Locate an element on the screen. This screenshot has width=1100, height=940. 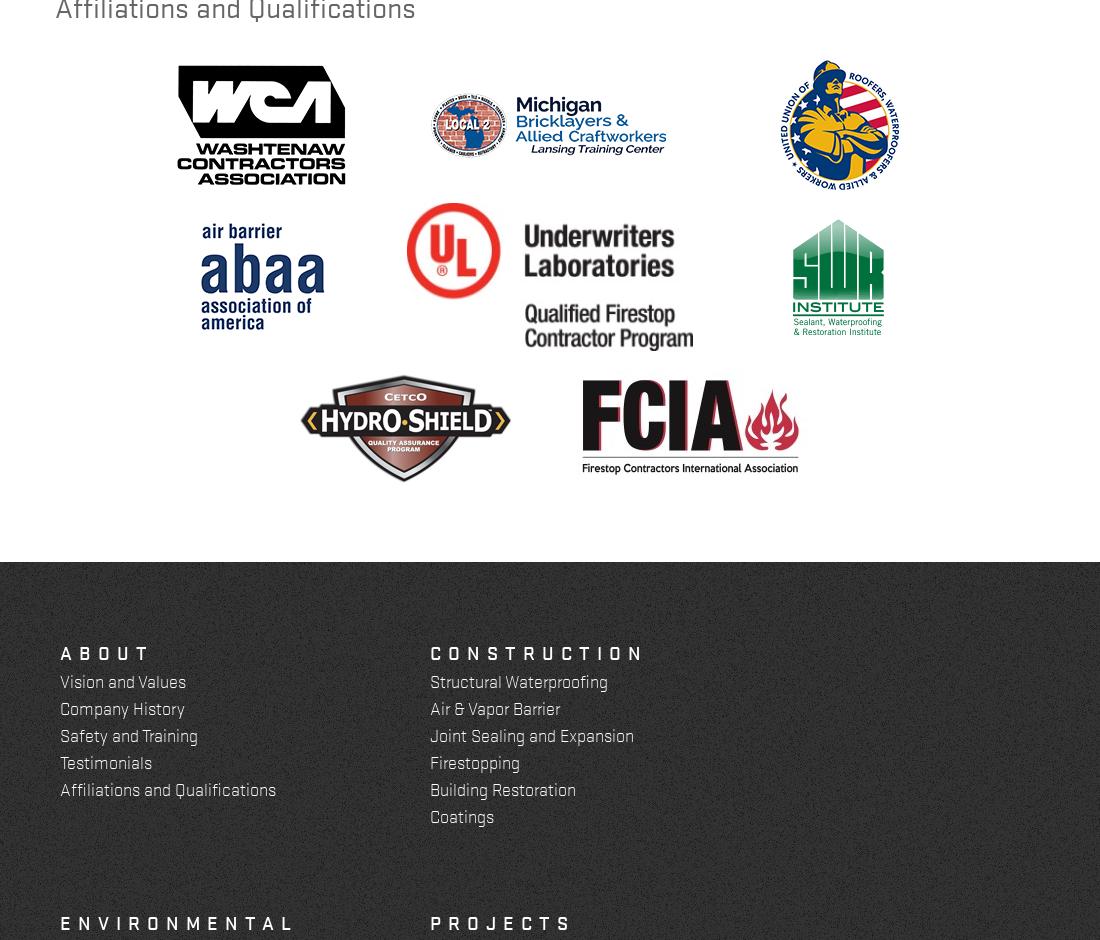
'Vision and Values' is located at coordinates (122, 679).